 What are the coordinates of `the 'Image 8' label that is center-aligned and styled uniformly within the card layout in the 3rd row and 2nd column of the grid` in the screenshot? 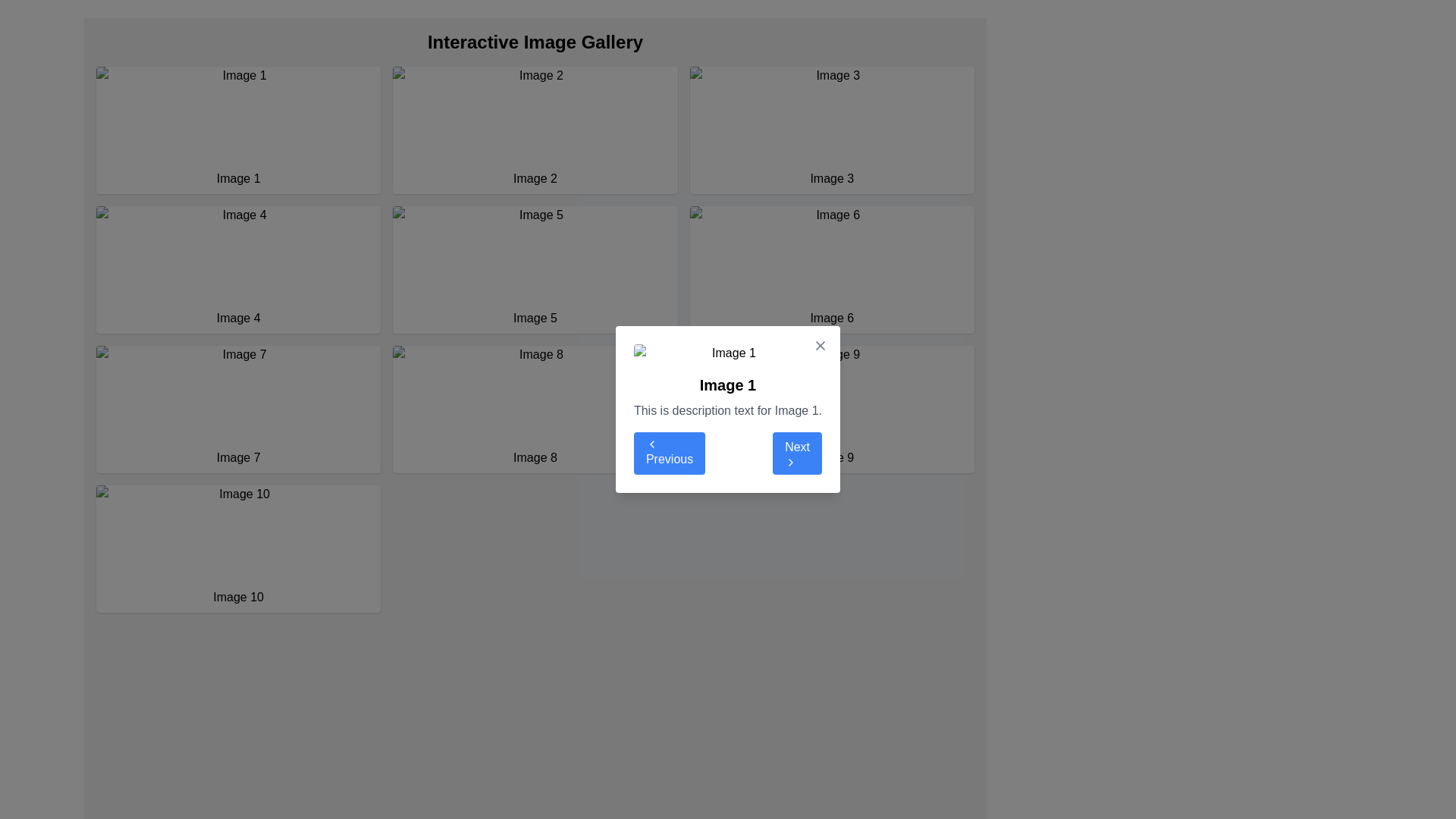 It's located at (535, 457).